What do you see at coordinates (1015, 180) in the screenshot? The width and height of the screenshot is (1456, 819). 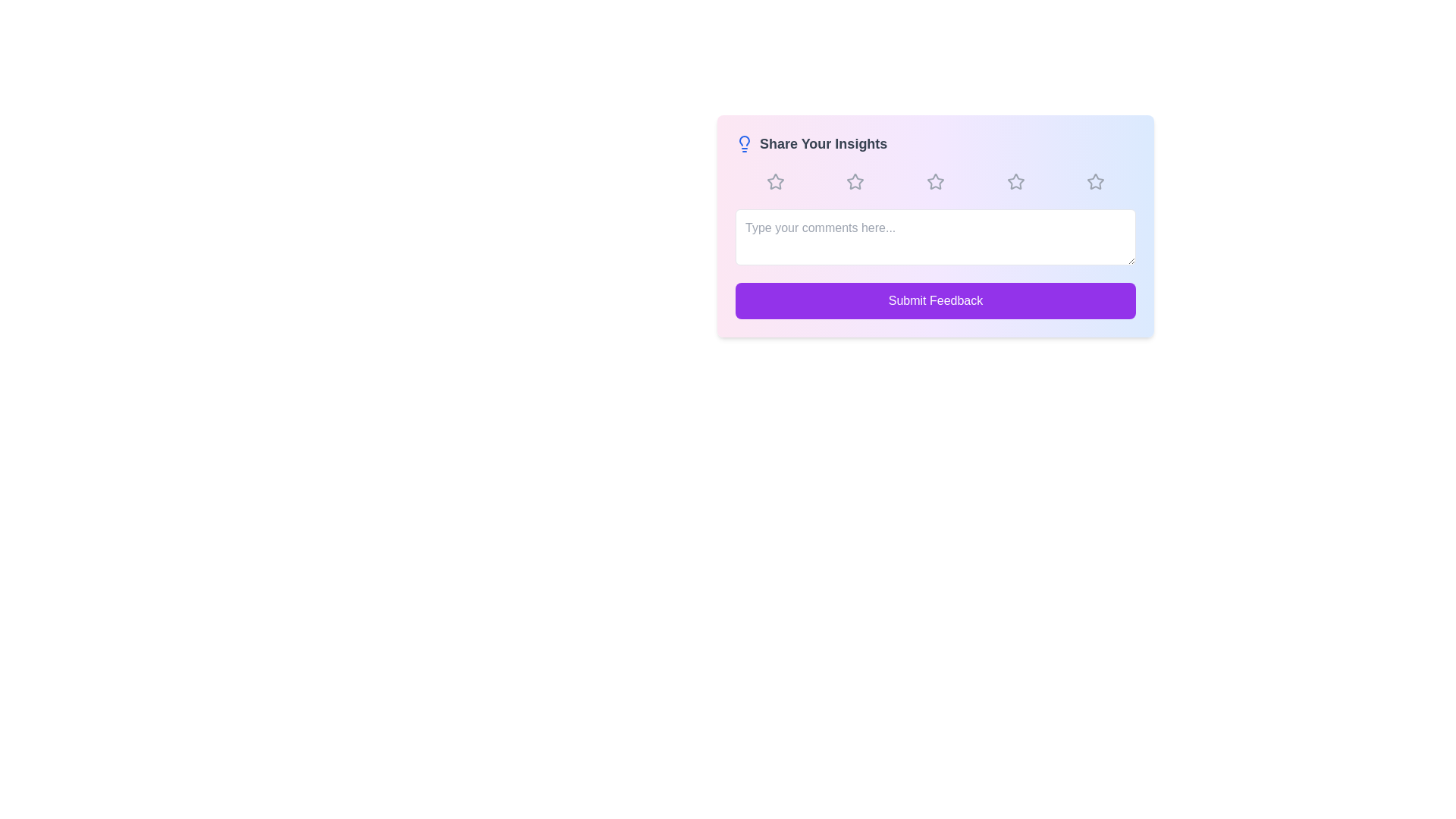 I see `the star corresponding to 4 stars to preview the rating` at bounding box center [1015, 180].